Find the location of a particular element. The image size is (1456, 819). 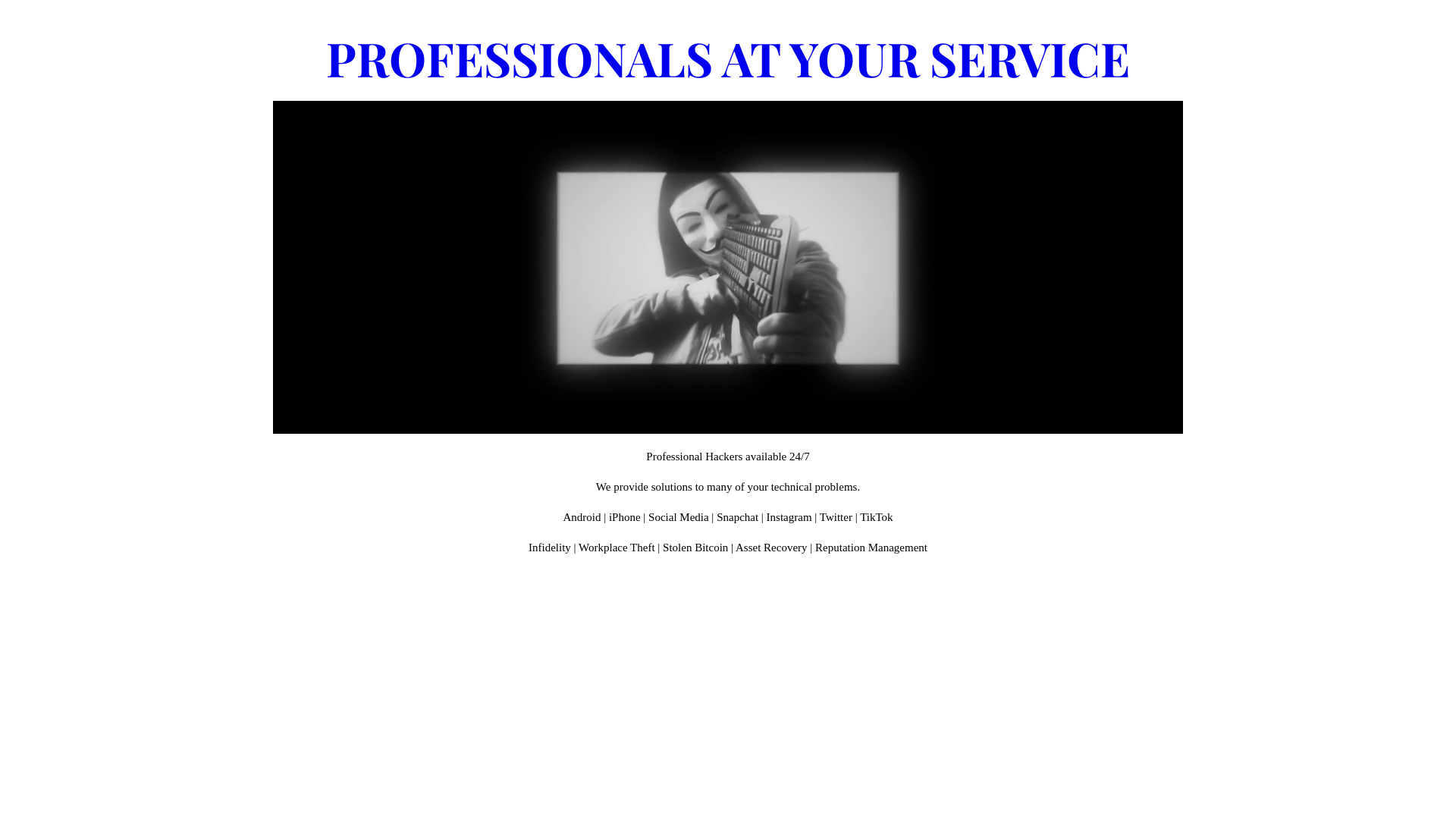

'PROFESSIONALS AT YOUR SERVICE' is located at coordinates (728, 57).